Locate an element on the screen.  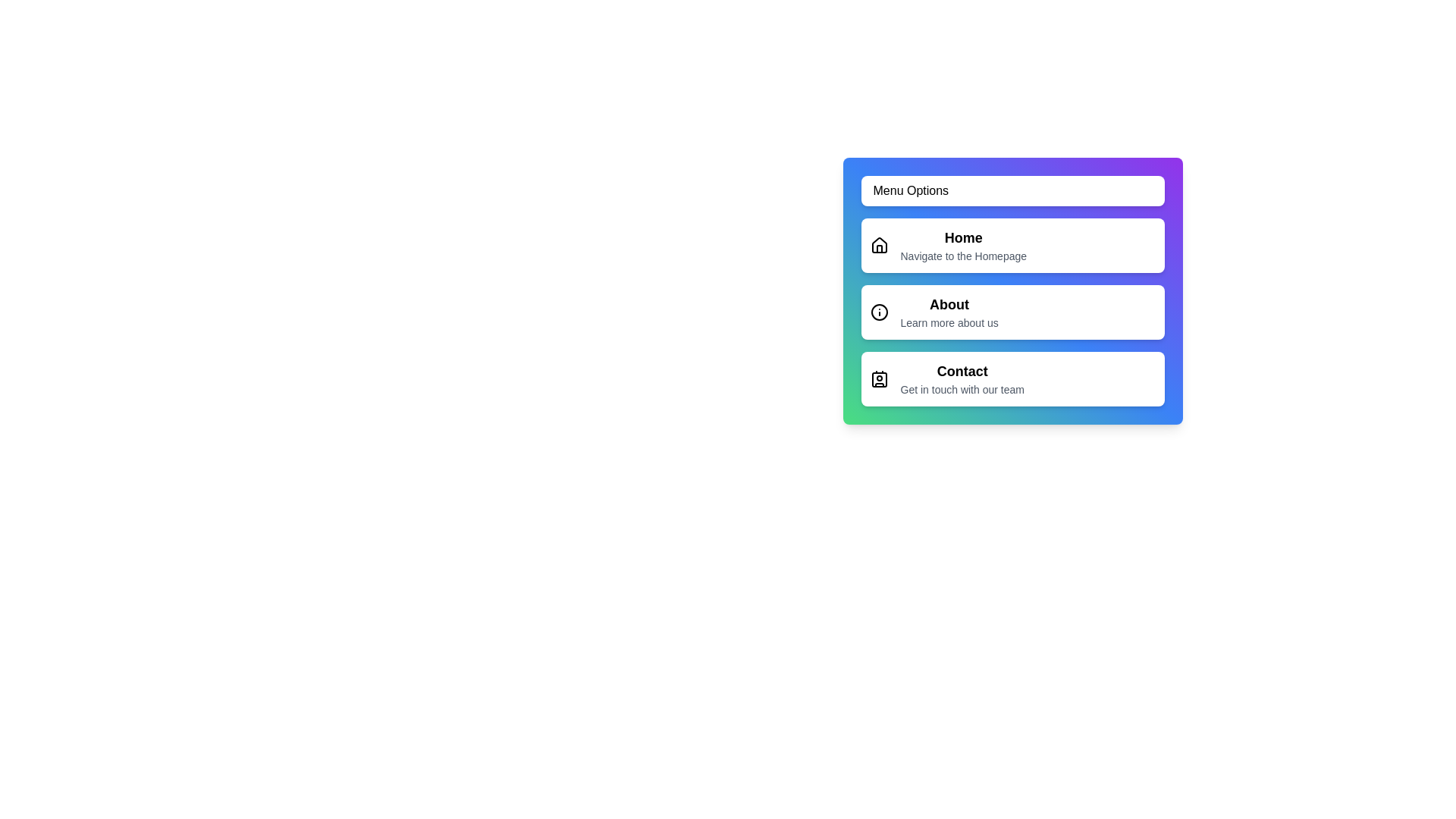
the menu item About from the menu is located at coordinates (1012, 312).